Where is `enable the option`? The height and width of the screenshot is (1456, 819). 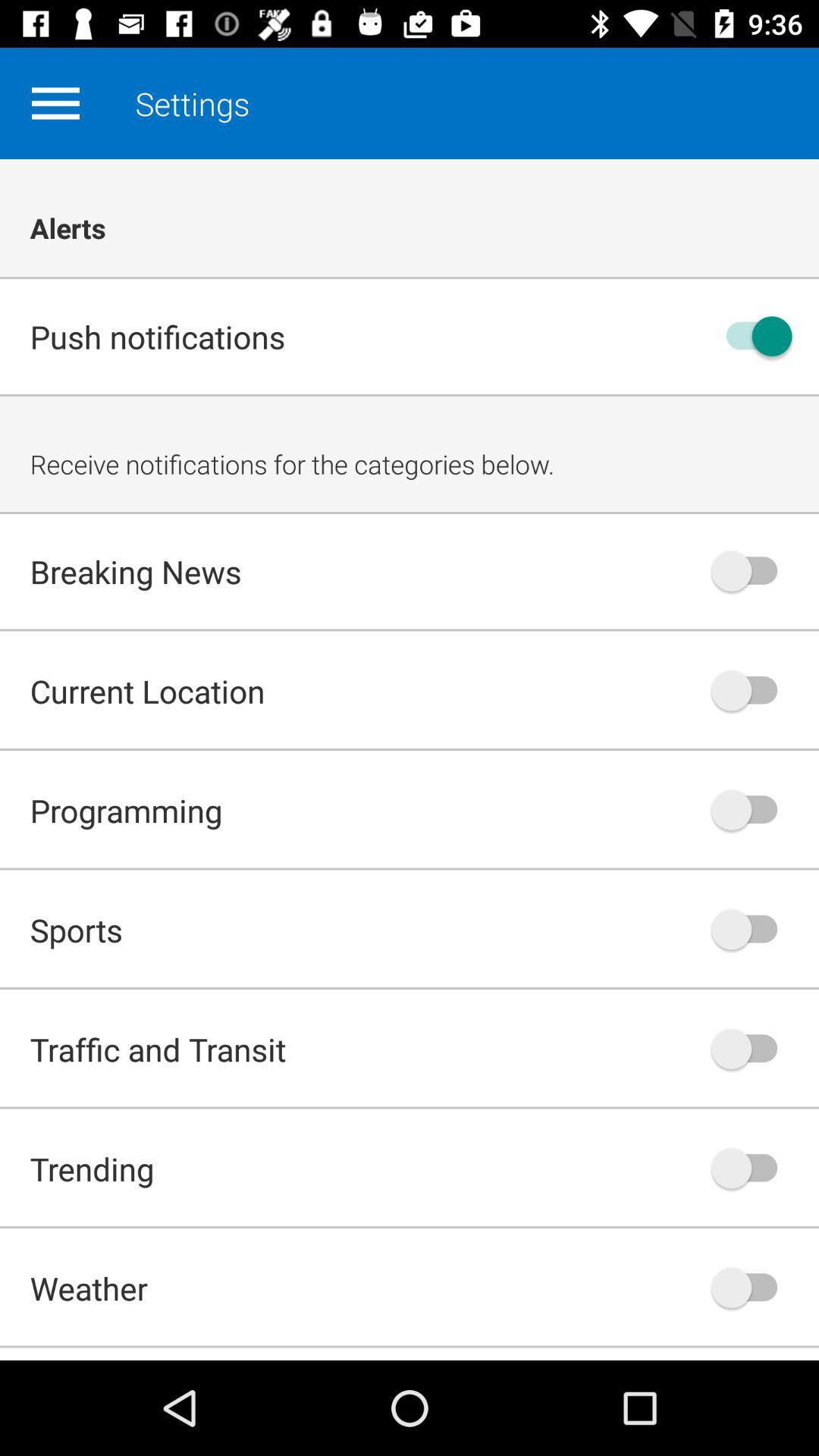 enable the option is located at coordinates (752, 1048).